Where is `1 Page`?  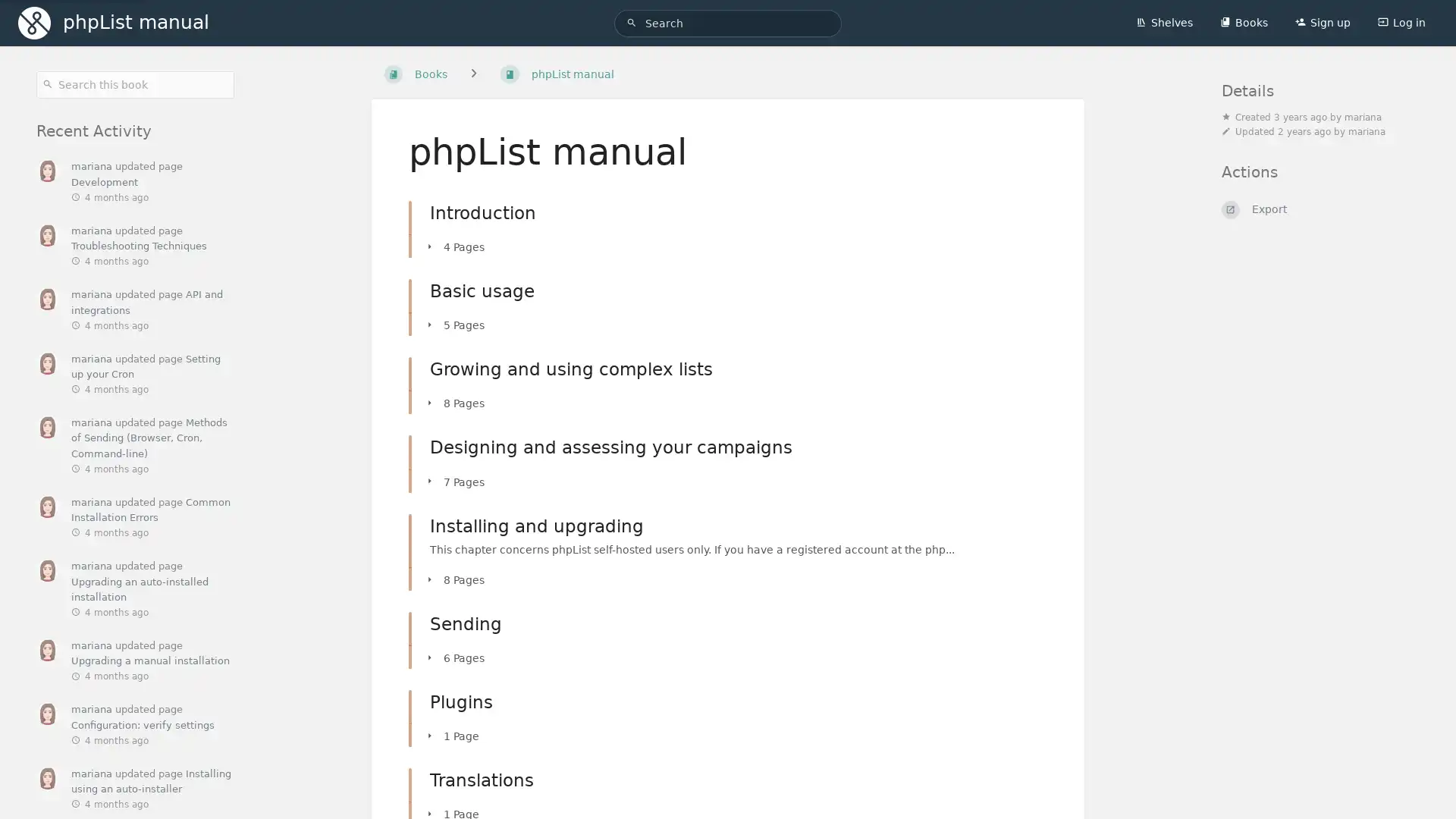 1 Page is located at coordinates (728, 734).